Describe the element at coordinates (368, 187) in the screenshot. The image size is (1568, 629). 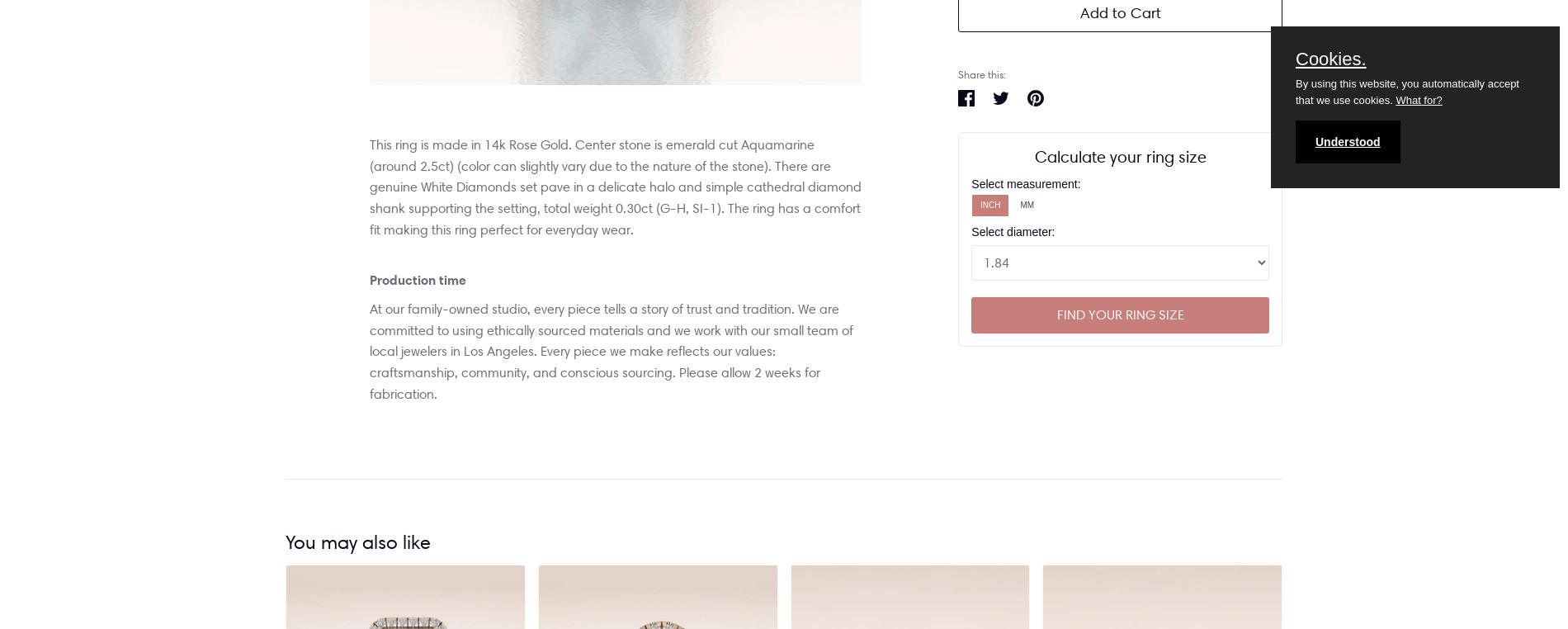
I see `'This ring is made in 14k Rose Gold. Center stone is emerald cut Aquamarine (around 2.5ct) (color can slightly vary due to the nature of the stone). There are genuine White Diamonds set pave in a delicate halo and simple cathedral diamond shank supporting the setting, total weight 0.30ct (G-H, SI-1). The ring has a comfort fit making this ring perfect for everyday wear.'` at that location.